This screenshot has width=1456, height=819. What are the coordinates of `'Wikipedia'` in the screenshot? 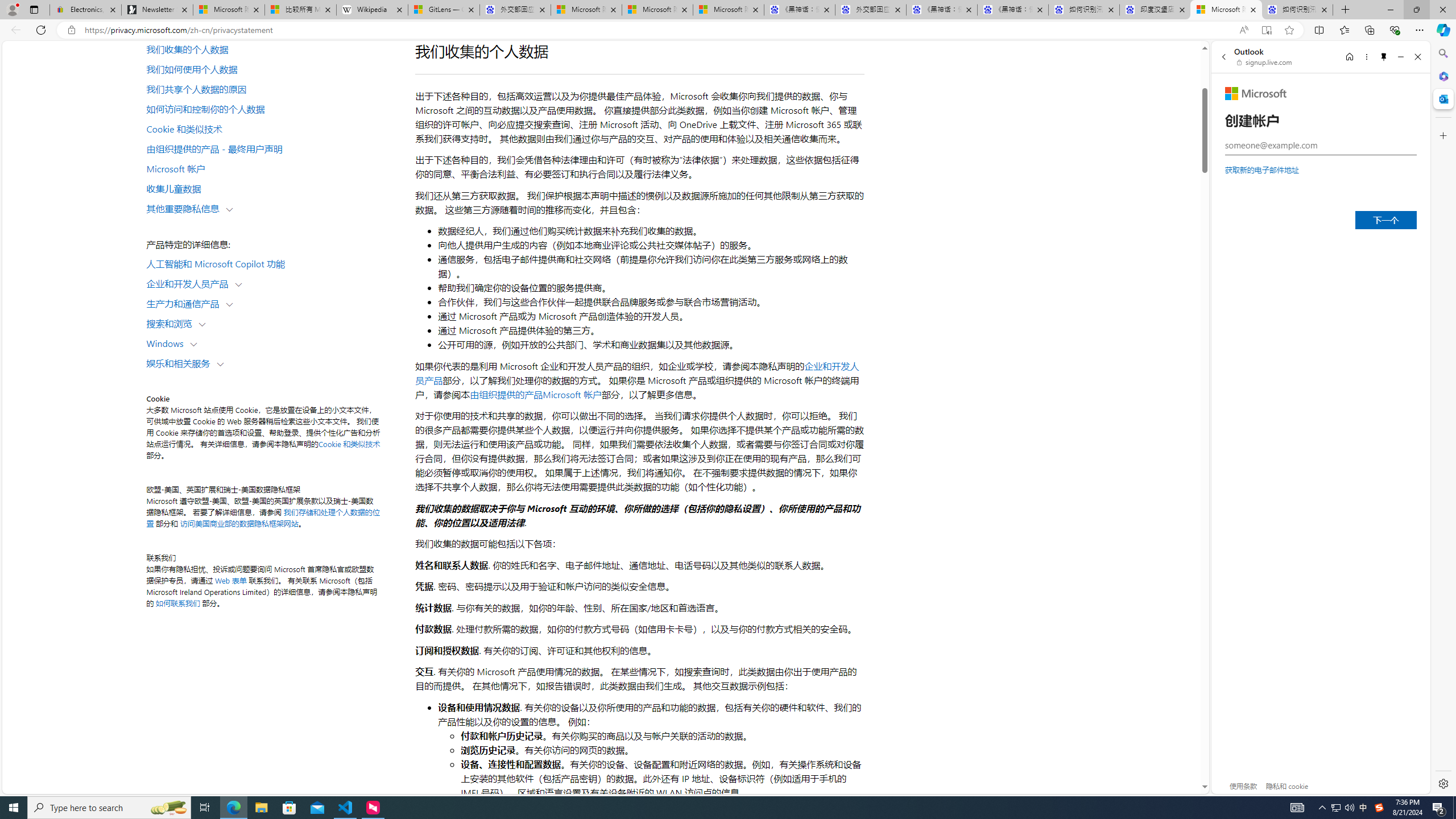 It's located at (373, 9).